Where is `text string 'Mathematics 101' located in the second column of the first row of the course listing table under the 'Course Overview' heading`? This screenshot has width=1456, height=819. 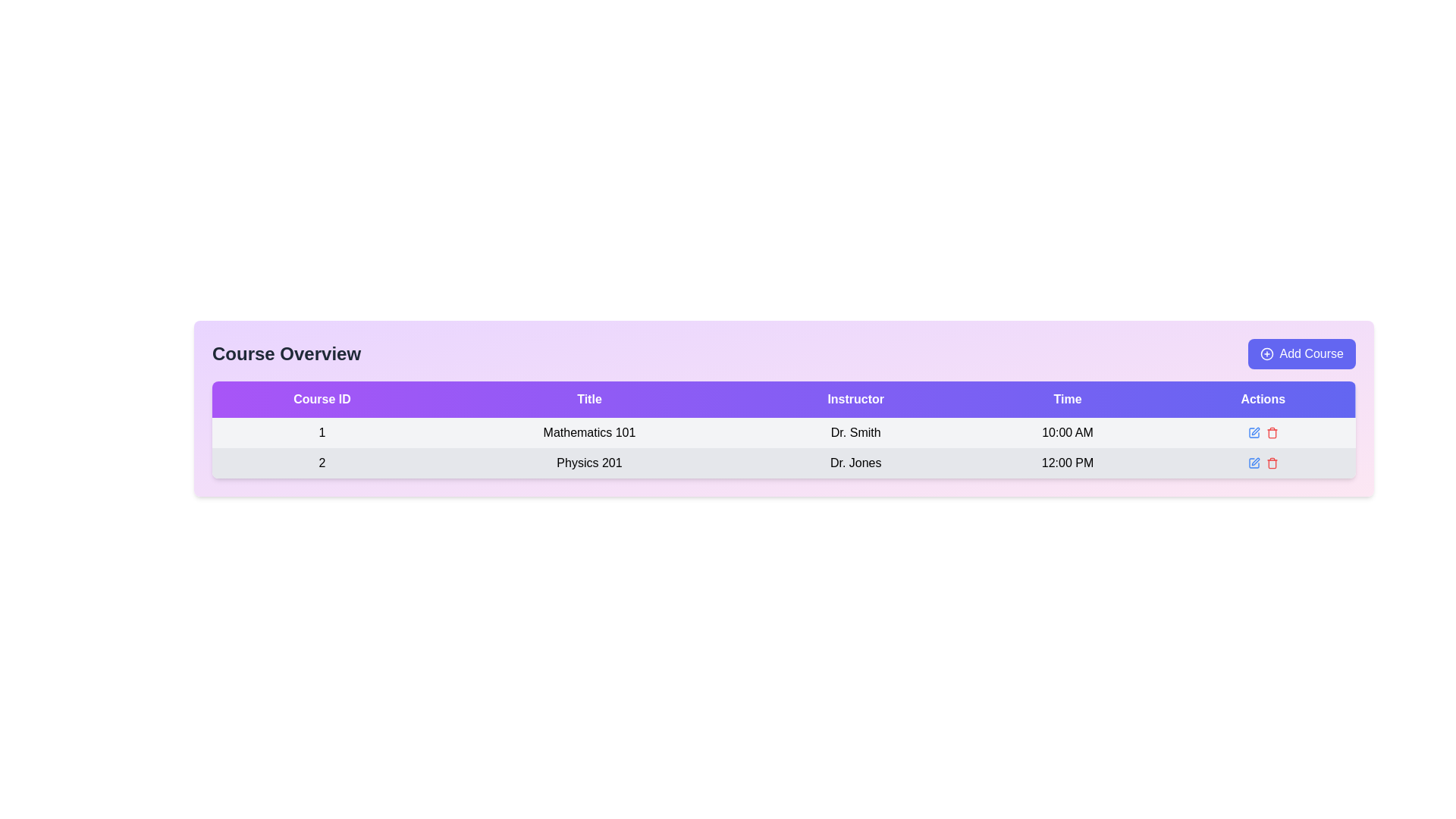 text string 'Mathematics 101' located in the second column of the first row of the course listing table under the 'Course Overview' heading is located at coordinates (588, 432).